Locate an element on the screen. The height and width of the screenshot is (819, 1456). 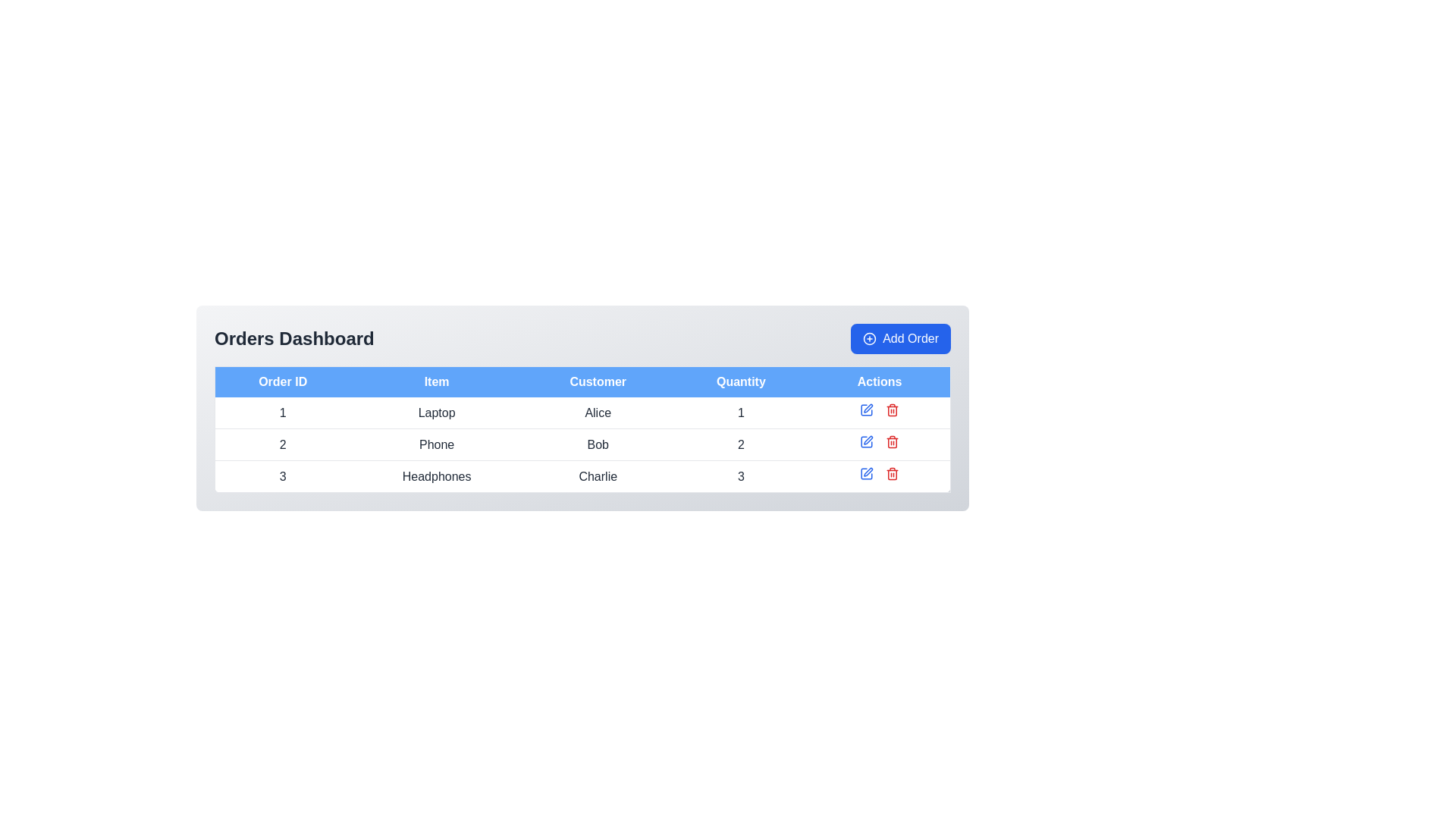
the table cell containing the number '1' in the first row and first column of the Orders Dashboard is located at coordinates (282, 413).